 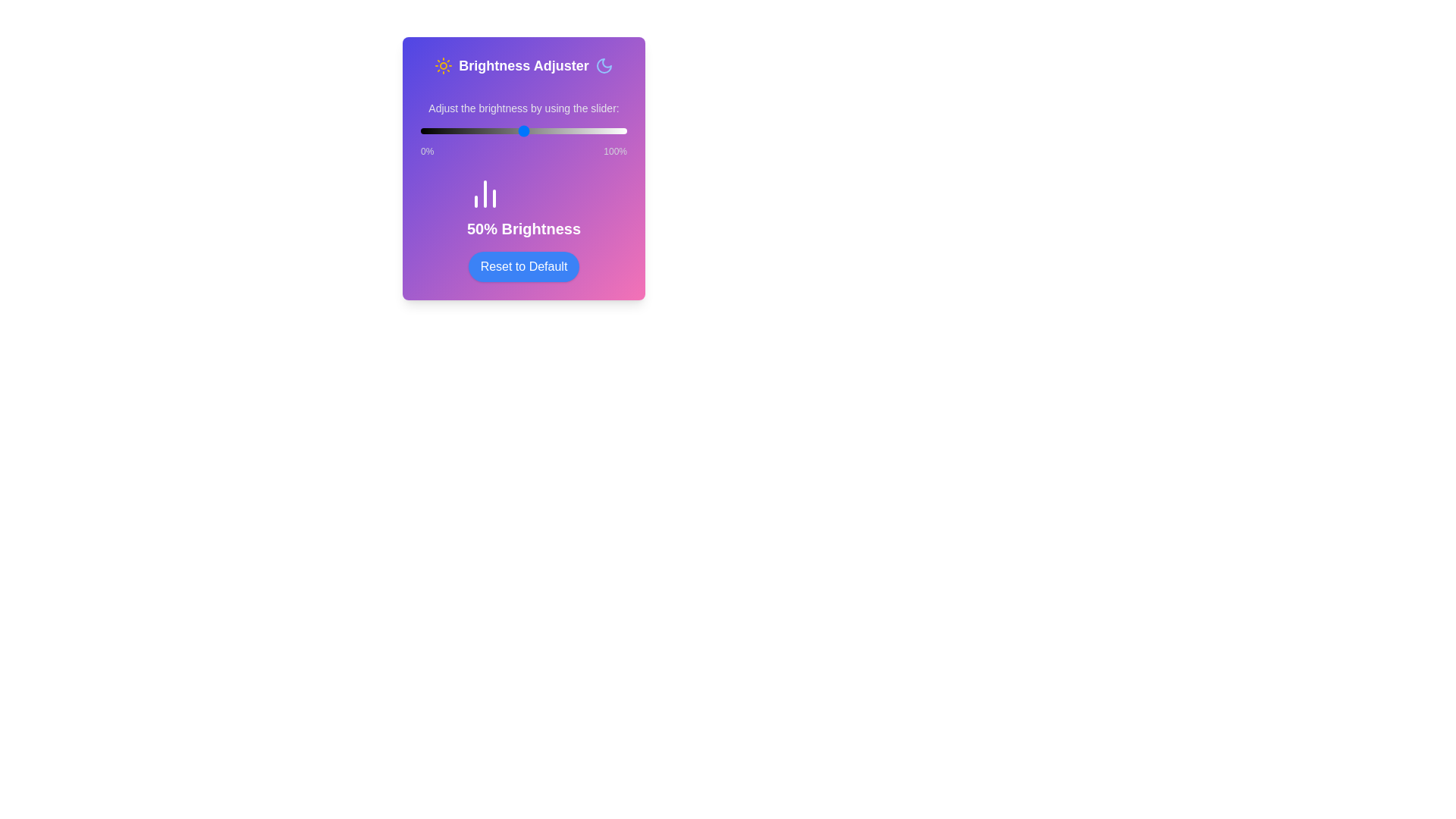 What do you see at coordinates (447, 130) in the screenshot?
I see `the brightness to 13% by moving the slider` at bounding box center [447, 130].